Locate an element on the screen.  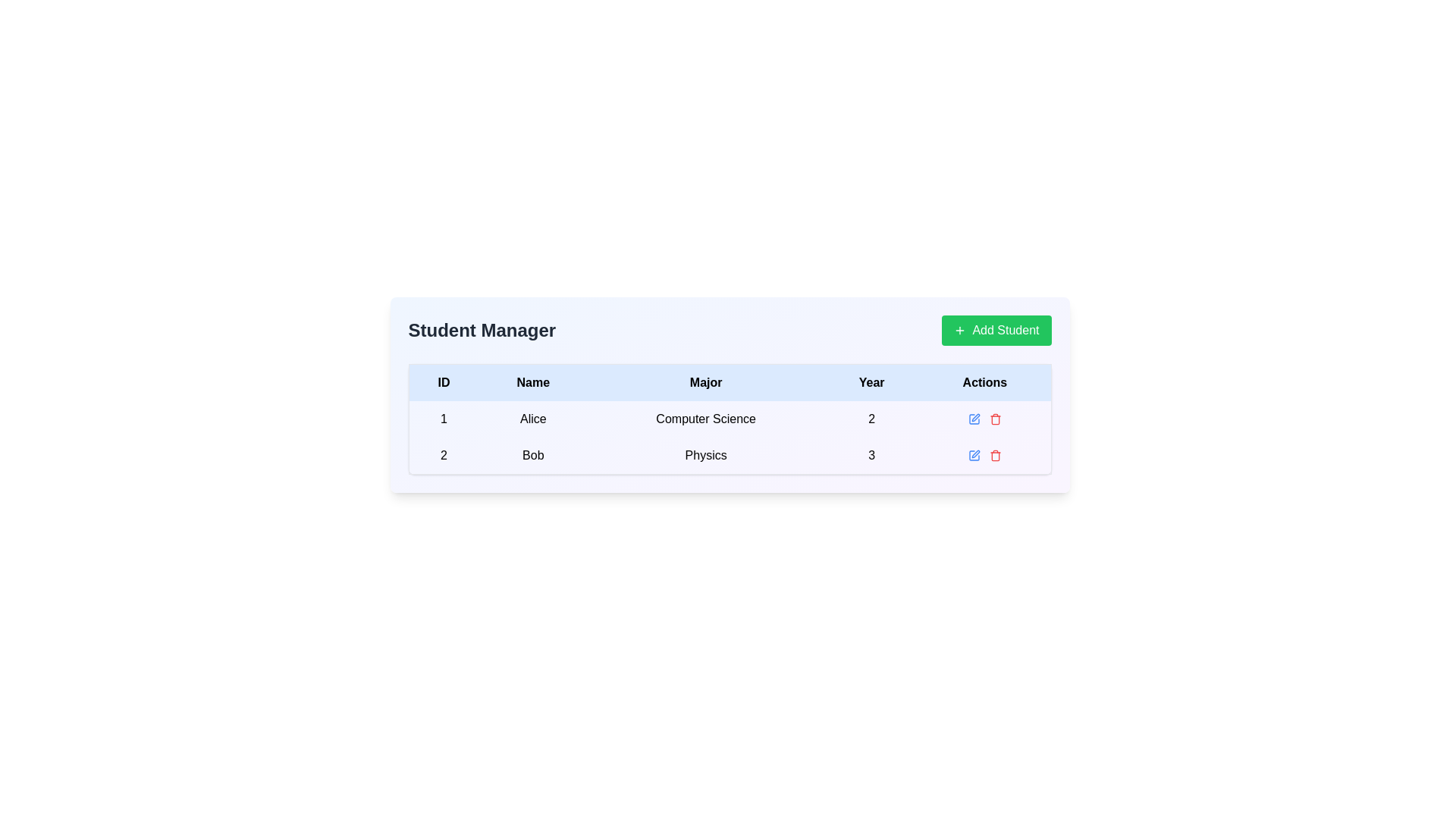
the bold text label displaying 'Student Manager' located on the left side of the header section of the interface is located at coordinates (481, 329).